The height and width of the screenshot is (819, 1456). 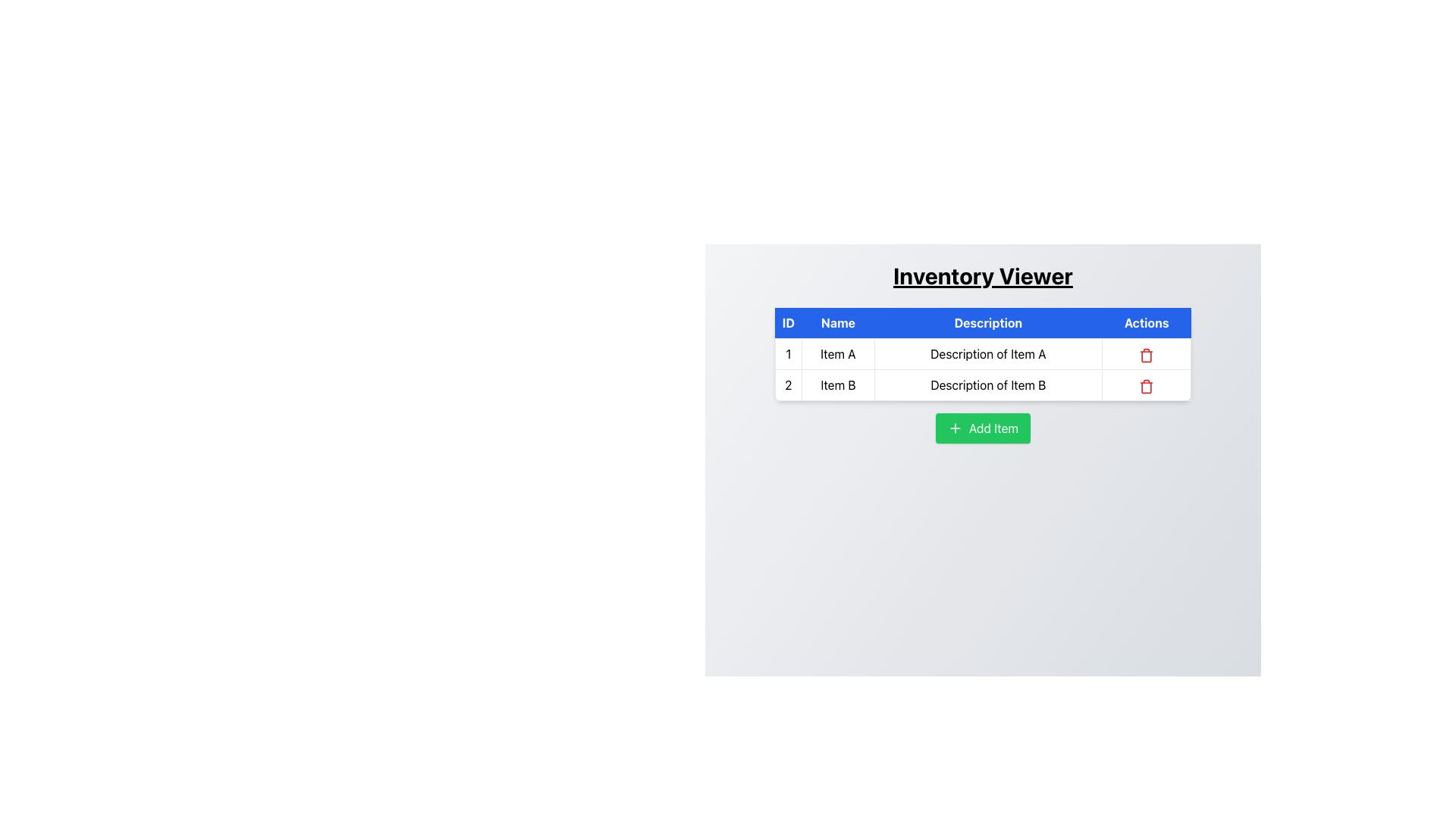 I want to click on the text label displaying 'Description of Item B' in the third column of the second row of the table, so click(x=988, y=384).